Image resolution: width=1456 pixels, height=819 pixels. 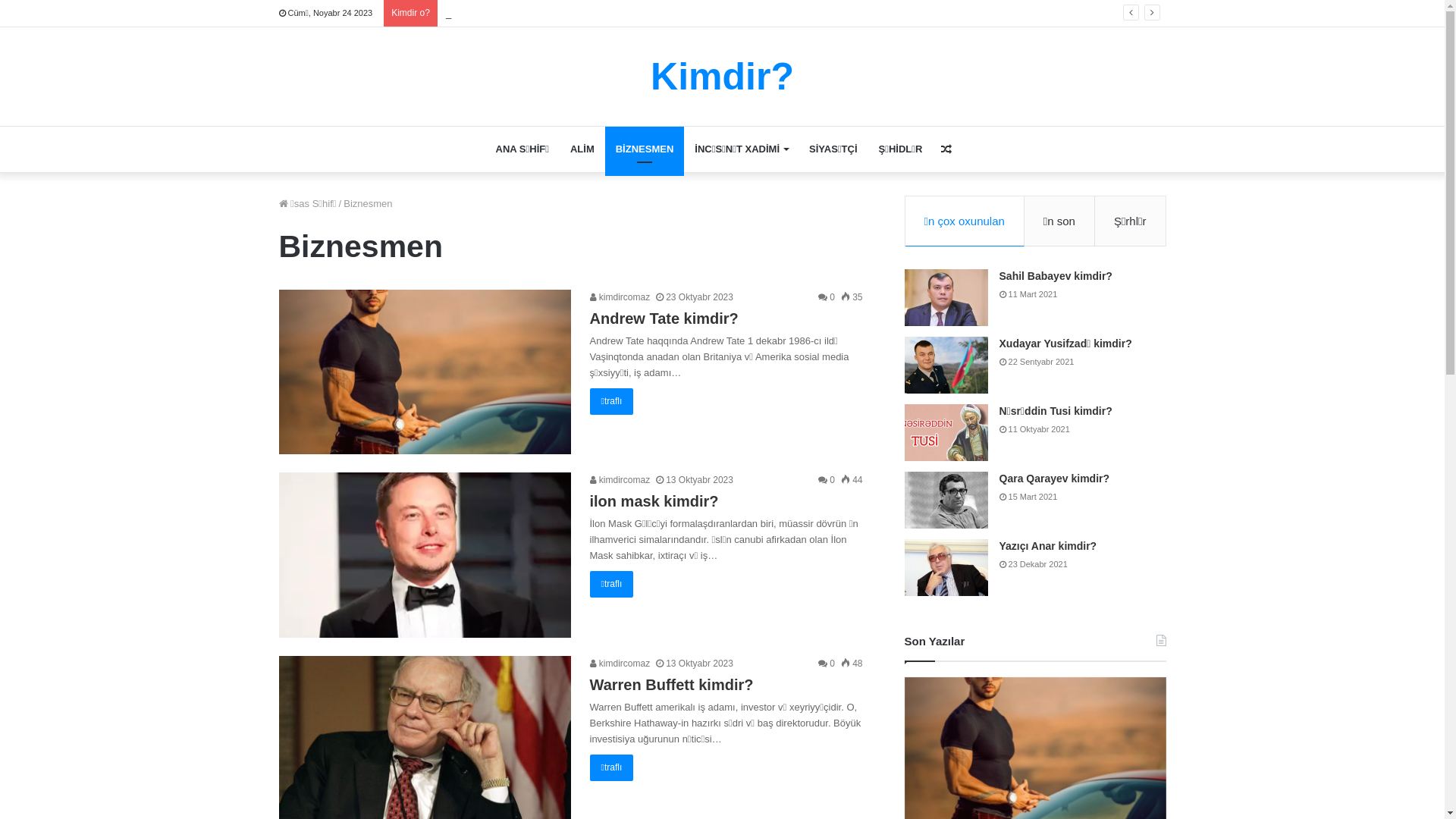 I want to click on 'Qara Qarayev kimdir? 8', so click(x=946, y=500).